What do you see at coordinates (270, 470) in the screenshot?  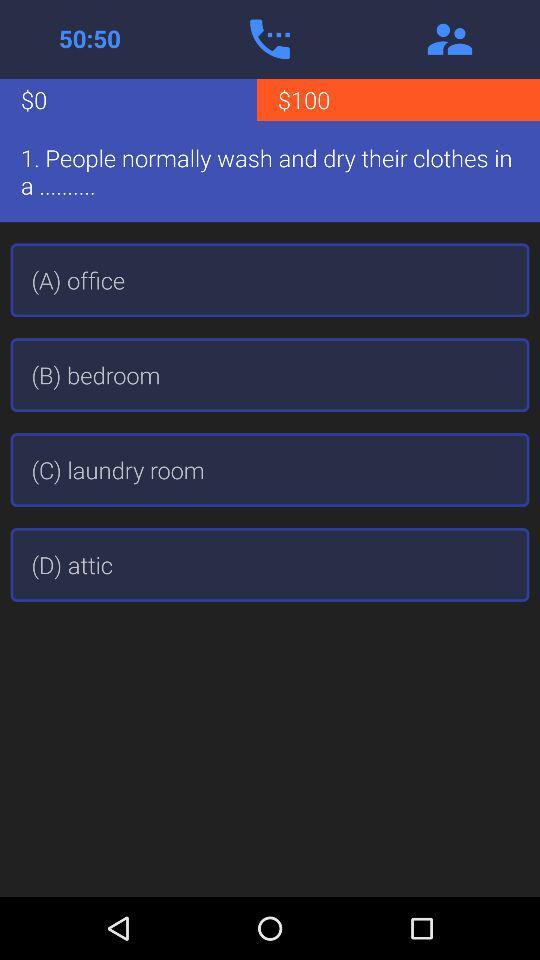 I see `the item below (b) bedroom app` at bounding box center [270, 470].